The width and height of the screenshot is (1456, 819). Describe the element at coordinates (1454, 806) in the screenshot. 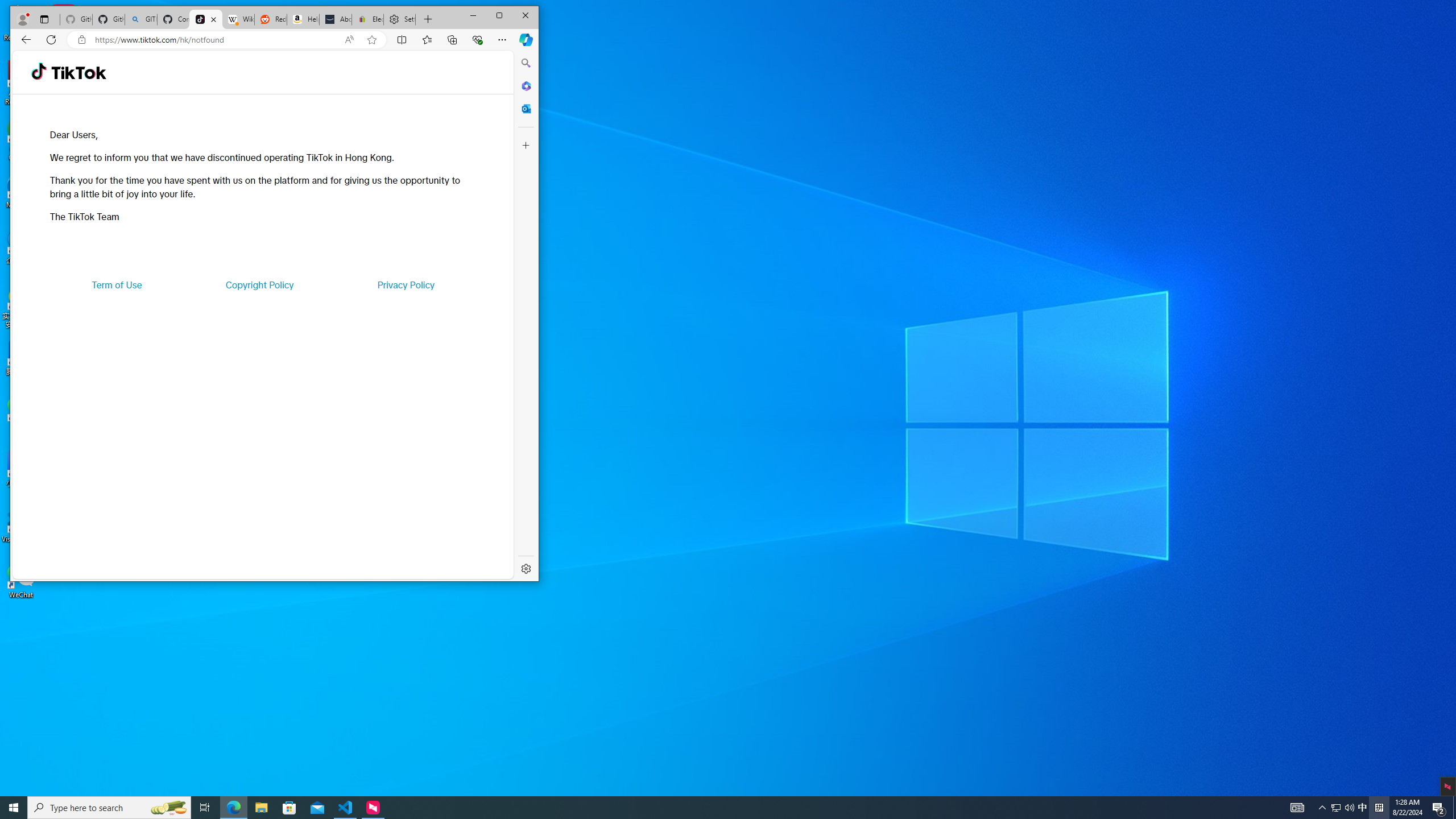

I see `'Show desktop'` at that location.